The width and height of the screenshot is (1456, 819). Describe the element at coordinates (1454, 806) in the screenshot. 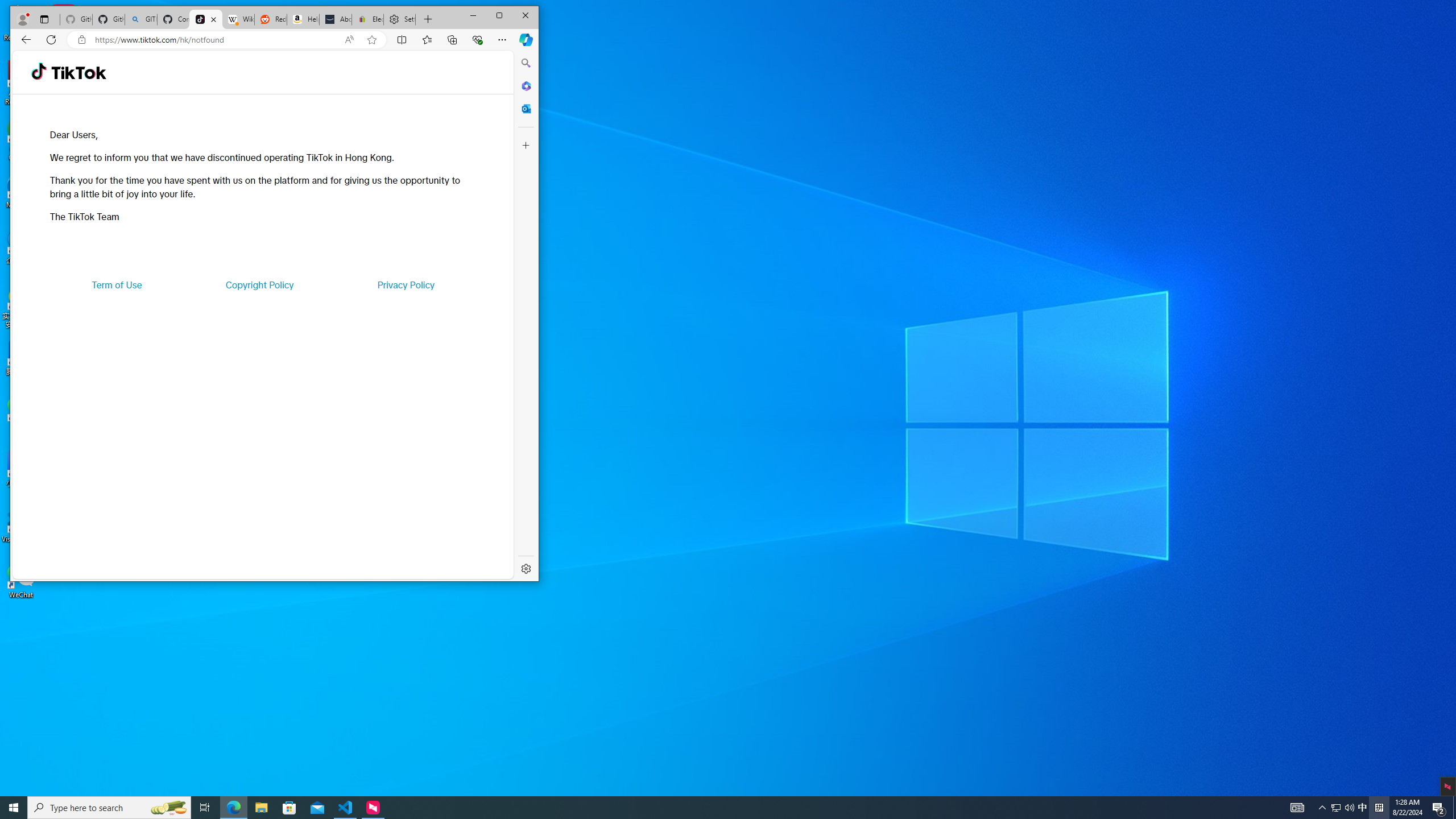

I see `'Show desktop'` at that location.